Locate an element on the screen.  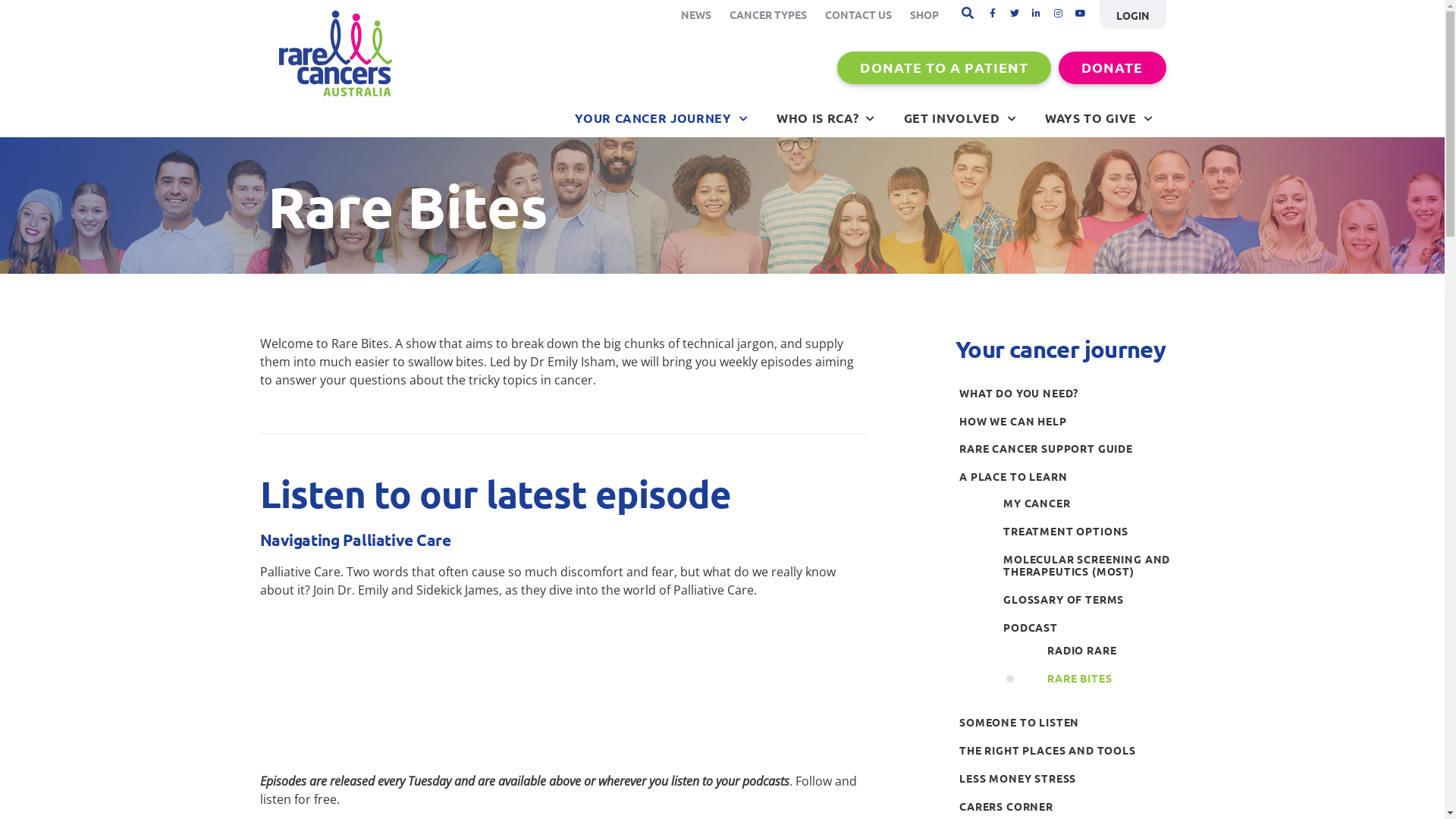
'DONATE' is located at coordinates (1112, 67).